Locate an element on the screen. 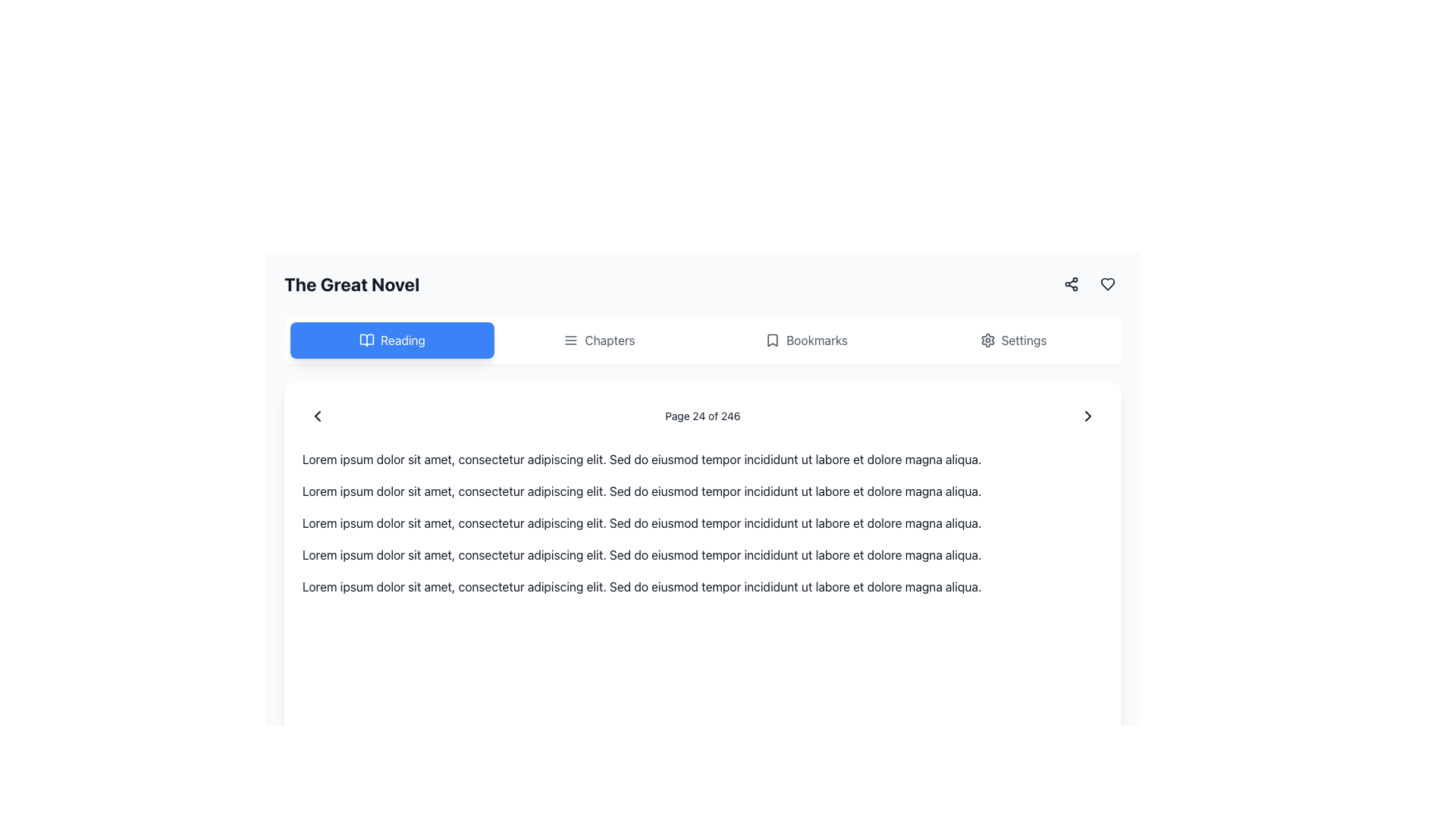 The height and width of the screenshot is (819, 1456). the fourth text block in the prose section, which is positioned below the third text block and above the fifth text block is located at coordinates (701, 555).